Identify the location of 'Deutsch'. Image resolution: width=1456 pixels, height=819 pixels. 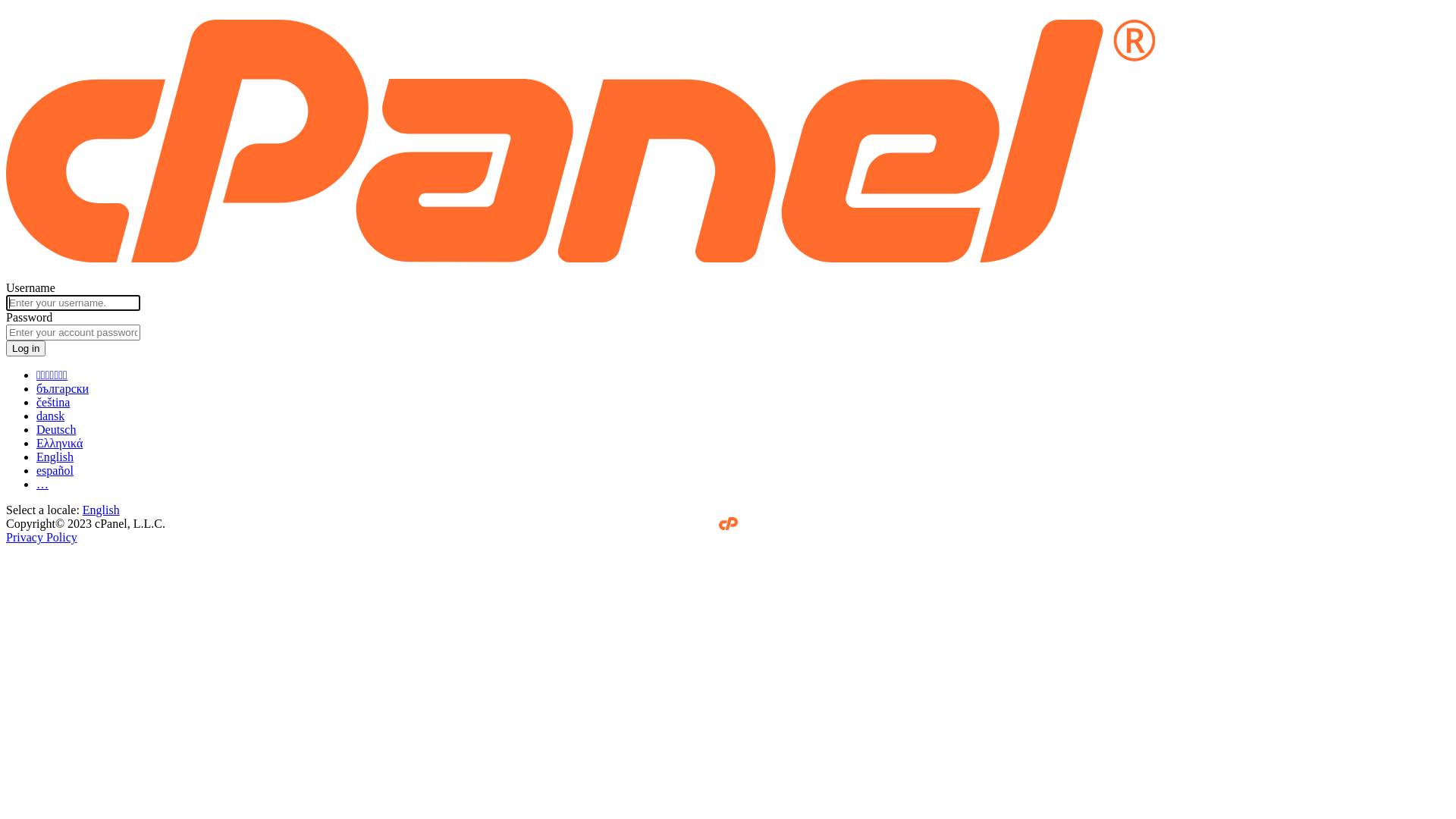
(55, 429).